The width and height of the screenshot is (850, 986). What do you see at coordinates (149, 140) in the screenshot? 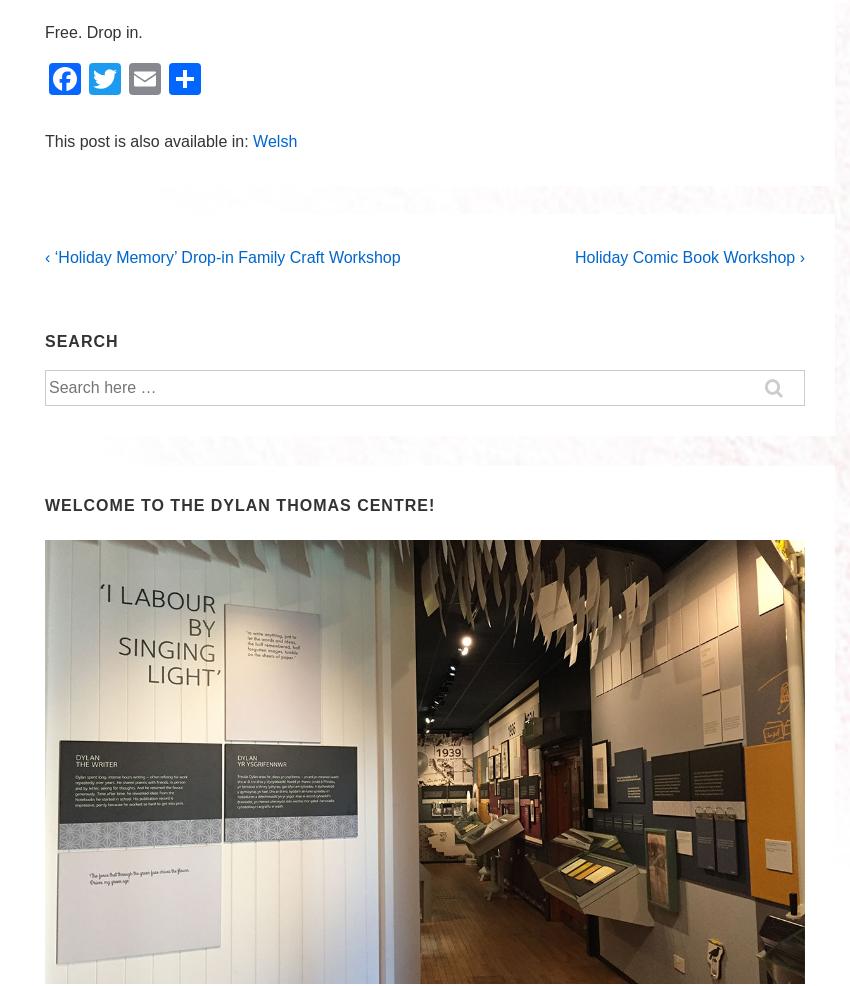
I see `'This post is also available in:'` at bounding box center [149, 140].